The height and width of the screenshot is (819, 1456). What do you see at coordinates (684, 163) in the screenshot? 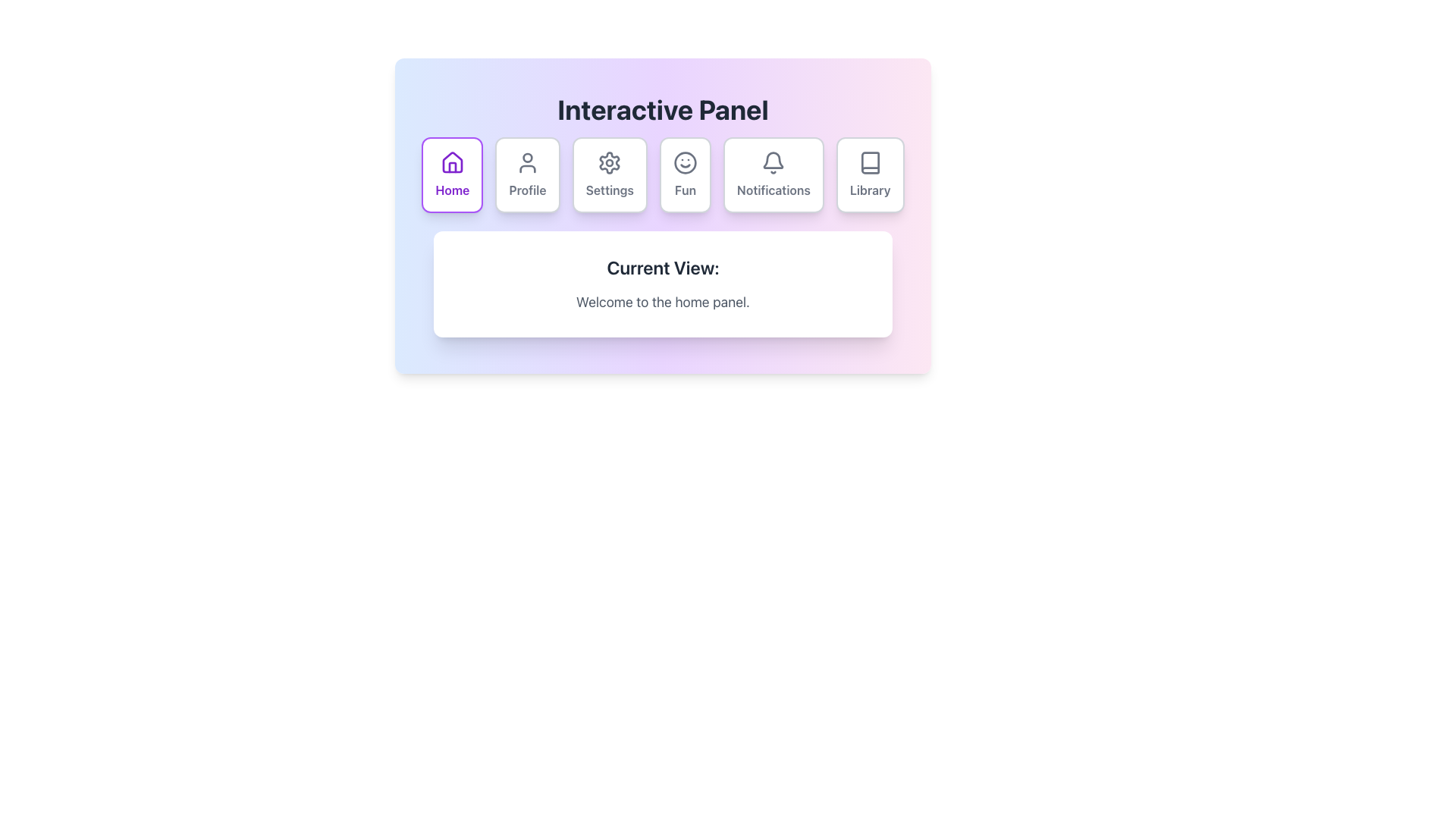
I see `the circular outline element within the 'Fun' button, which is part of a smiley face icon located in the navigation panel` at bounding box center [684, 163].